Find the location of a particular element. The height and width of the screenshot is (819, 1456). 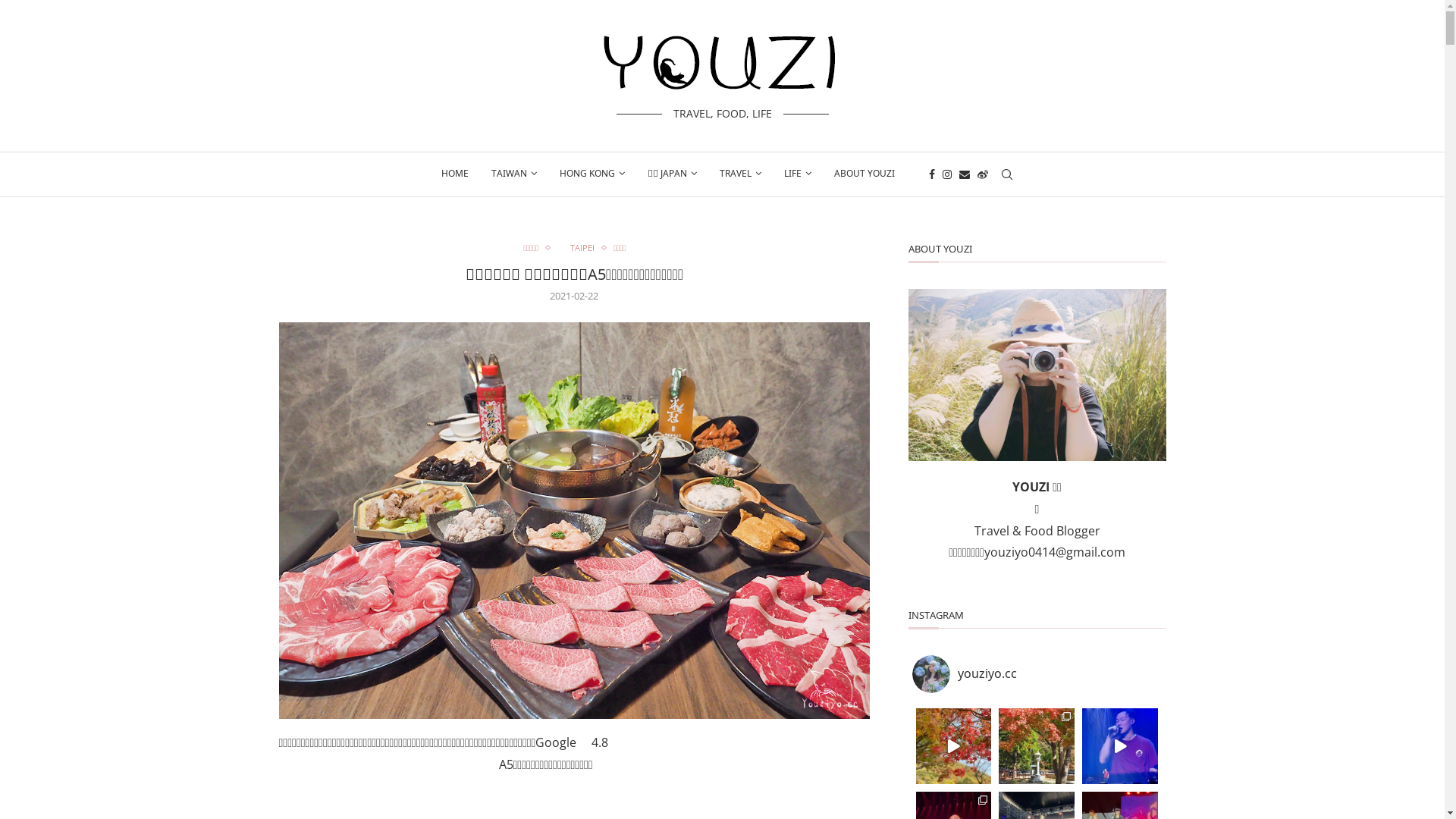

'TAIWAN' is located at coordinates (479, 174).